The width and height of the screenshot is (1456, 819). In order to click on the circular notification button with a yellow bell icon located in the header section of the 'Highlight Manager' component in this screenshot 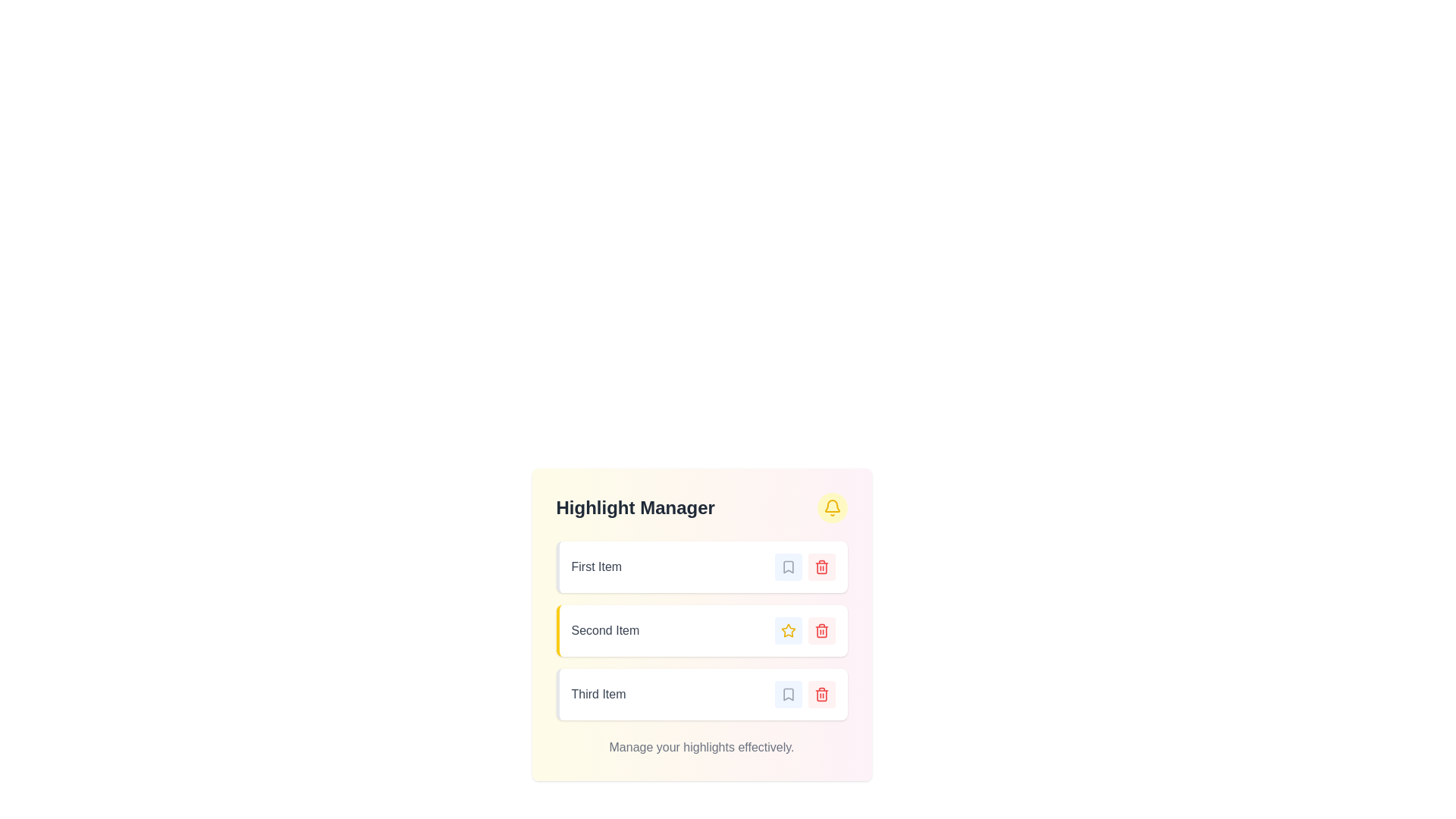, I will do `click(831, 508)`.